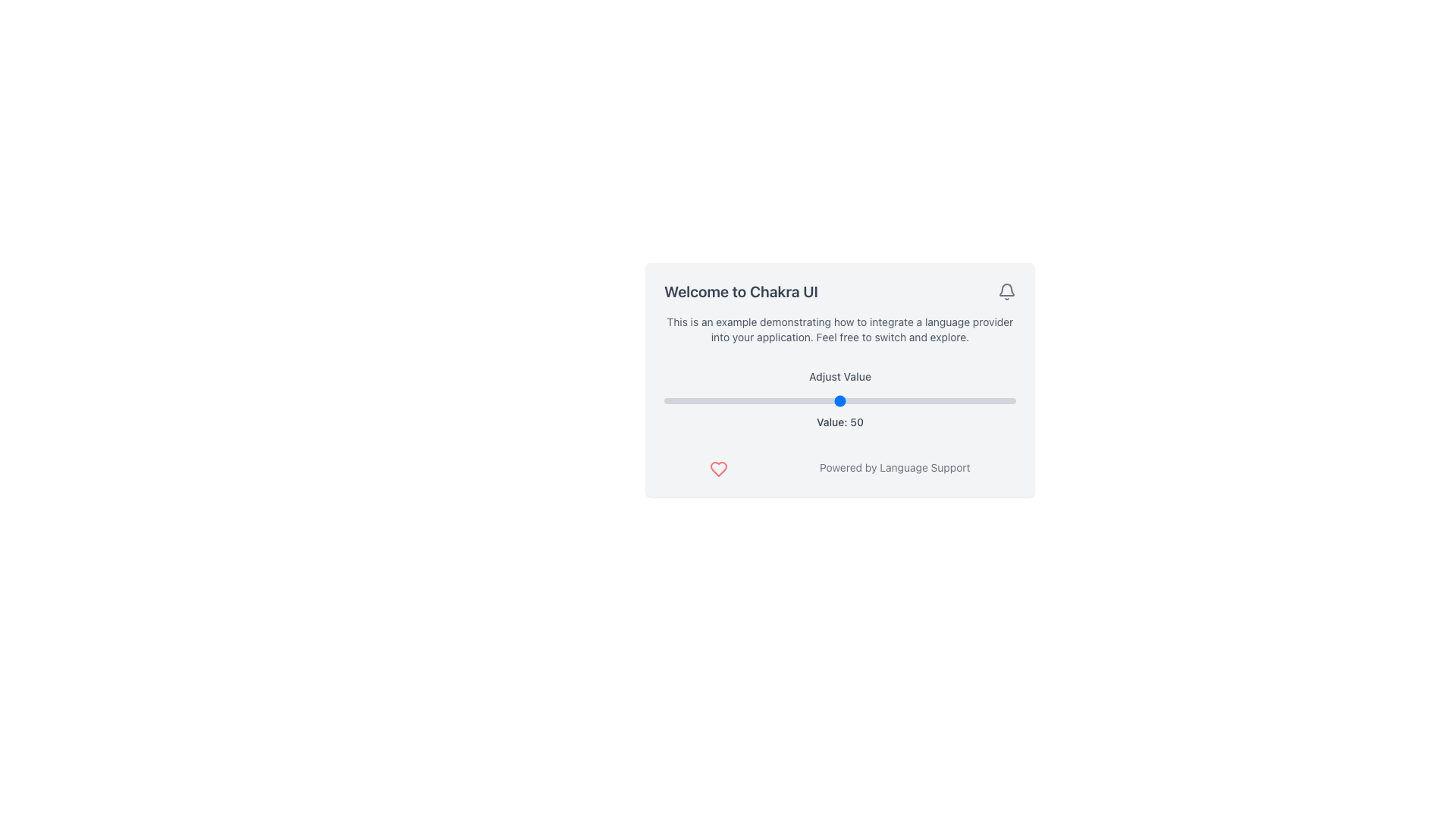 Image resolution: width=1456 pixels, height=819 pixels. What do you see at coordinates (793, 400) in the screenshot?
I see `the adjustment slider` at bounding box center [793, 400].